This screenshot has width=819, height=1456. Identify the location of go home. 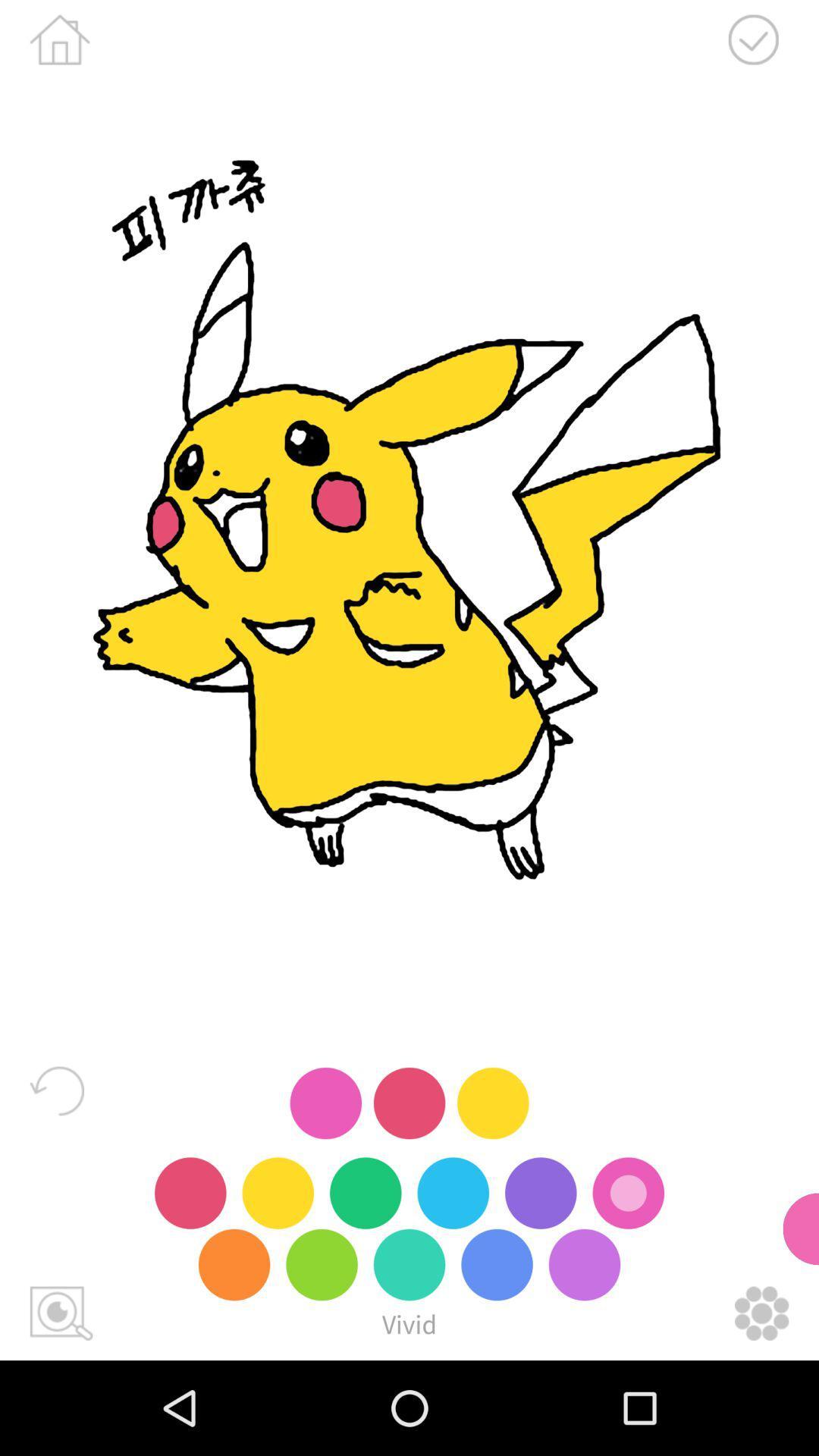
(59, 39).